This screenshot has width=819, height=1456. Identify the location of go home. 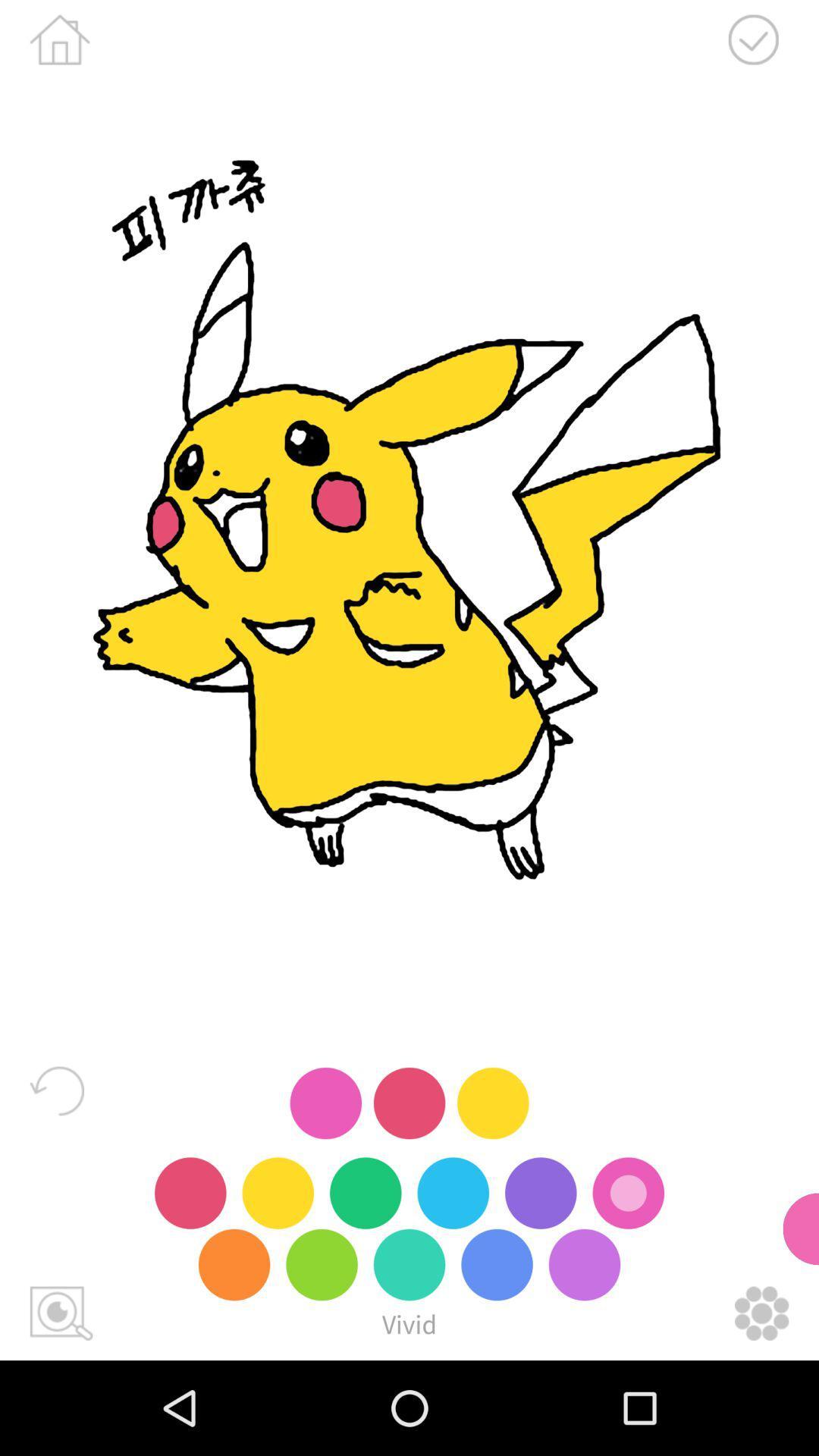
(59, 39).